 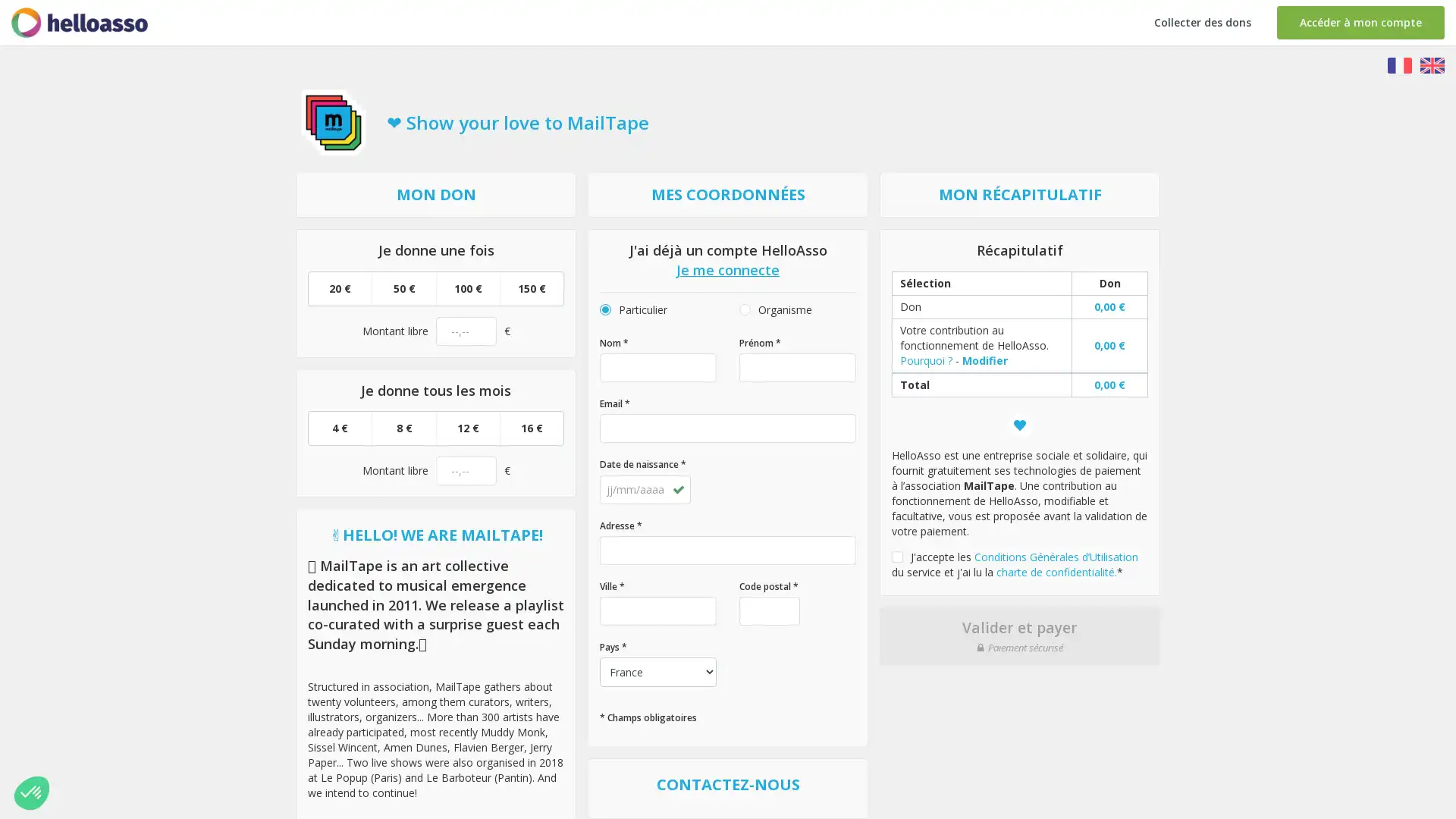 I want to click on Valider et payer Paiement securise, so click(x=1019, y=637).